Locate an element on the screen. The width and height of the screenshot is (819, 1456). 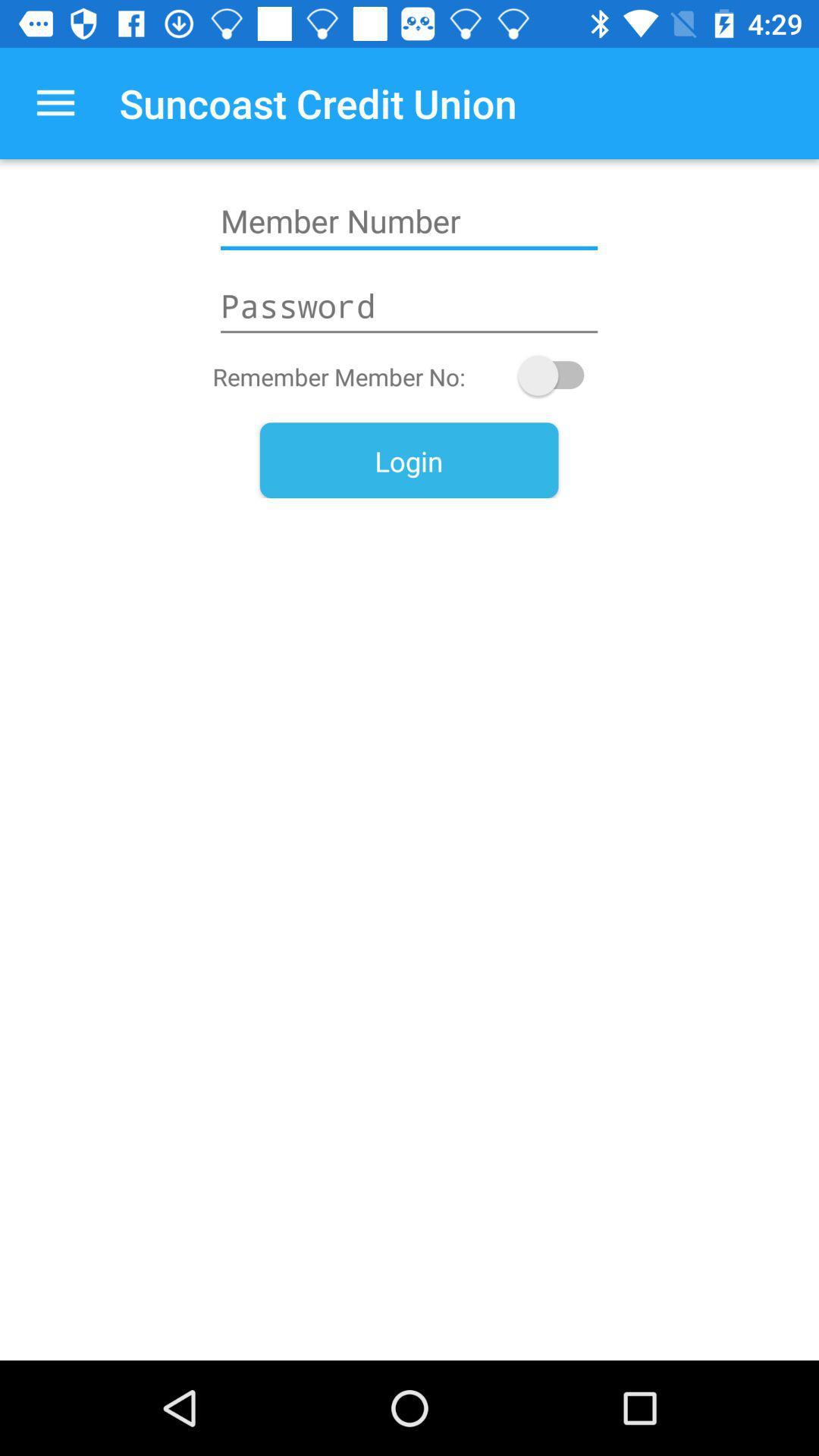
icon below suncoast credit union app is located at coordinates (408, 221).